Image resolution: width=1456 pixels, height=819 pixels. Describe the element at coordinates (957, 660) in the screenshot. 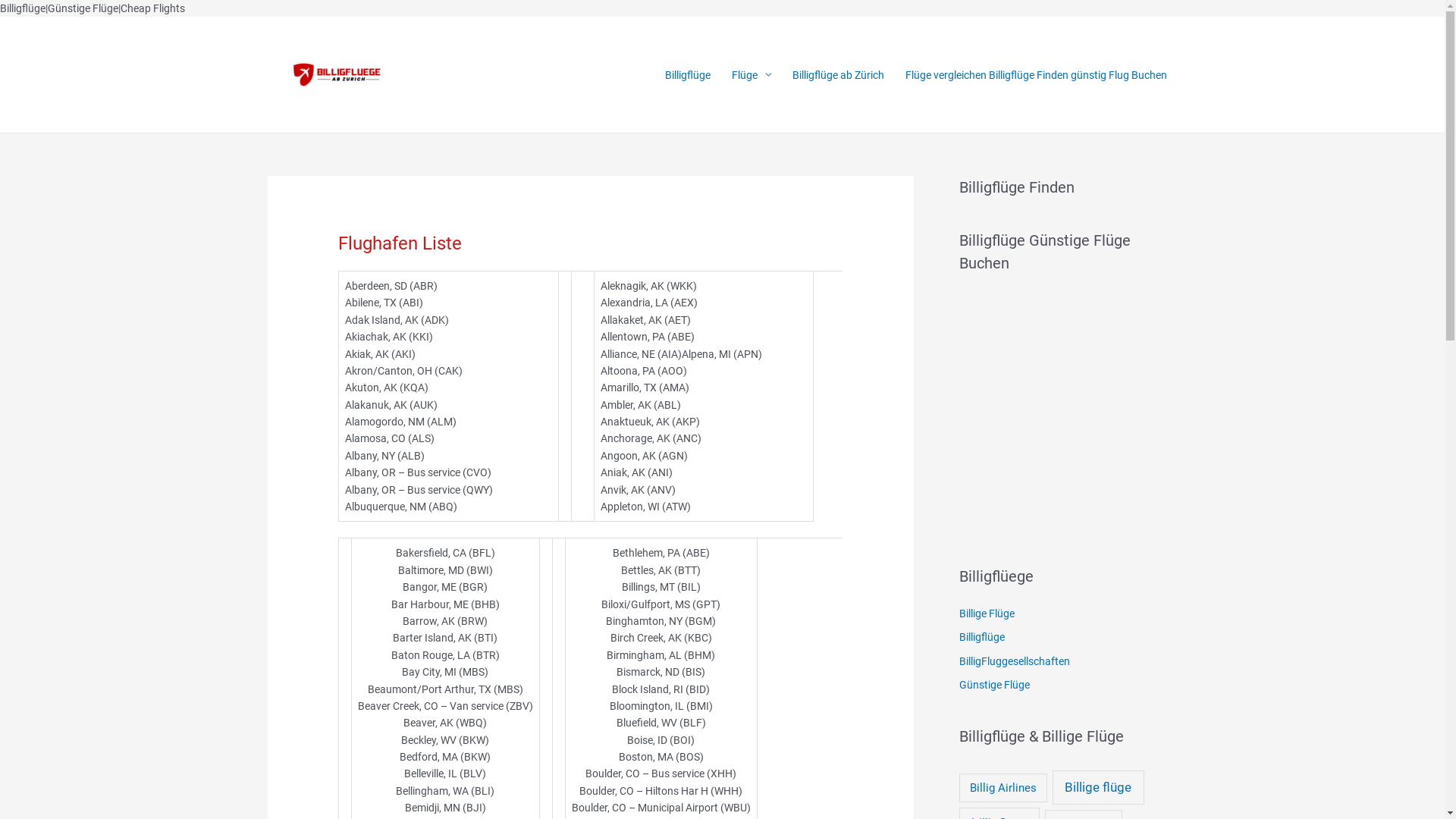

I see `'BilligFluggesellschaften'` at that location.